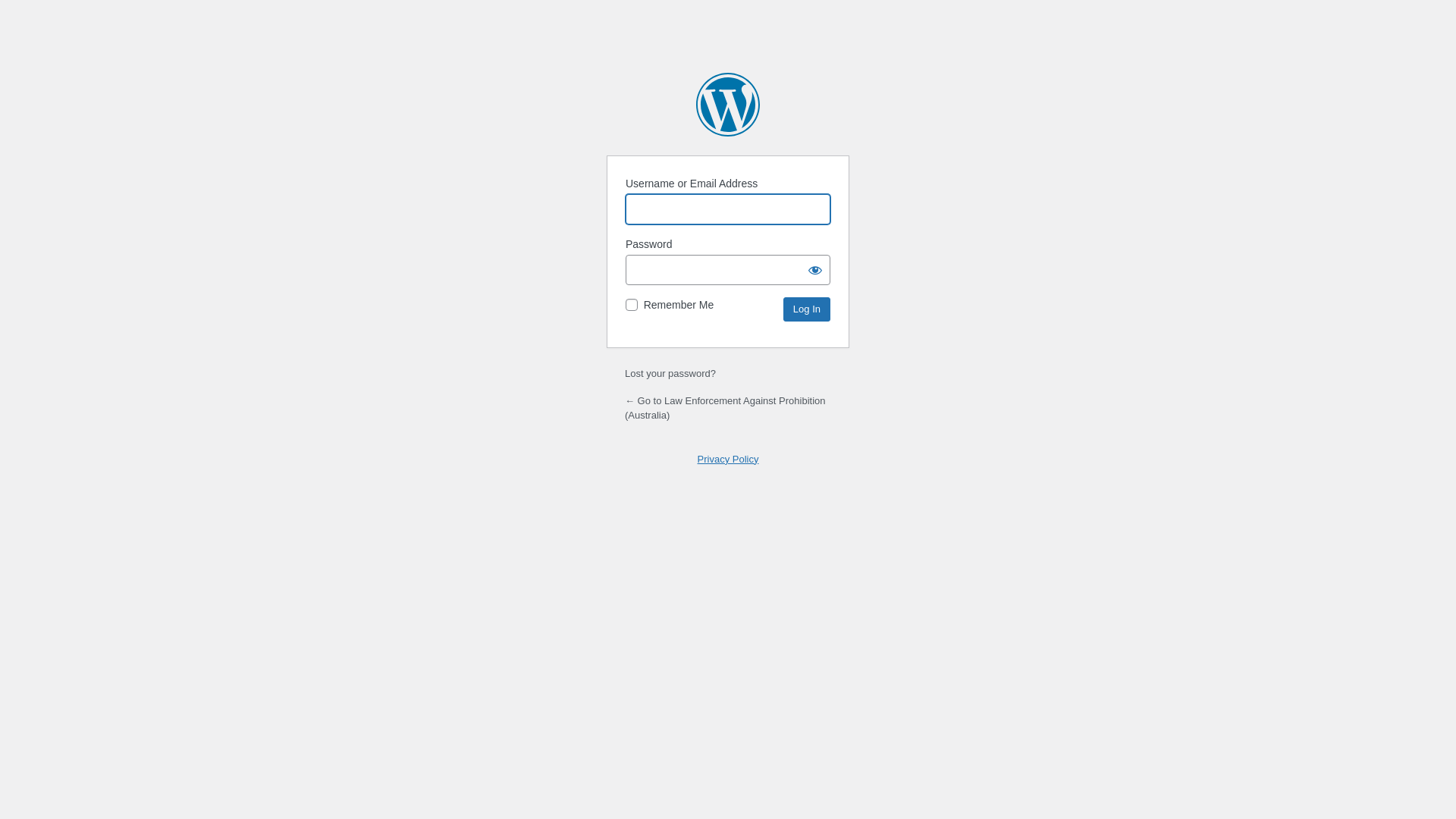 This screenshot has width=1456, height=819. What do you see at coordinates (728, 458) in the screenshot?
I see `'Privacy Policy'` at bounding box center [728, 458].